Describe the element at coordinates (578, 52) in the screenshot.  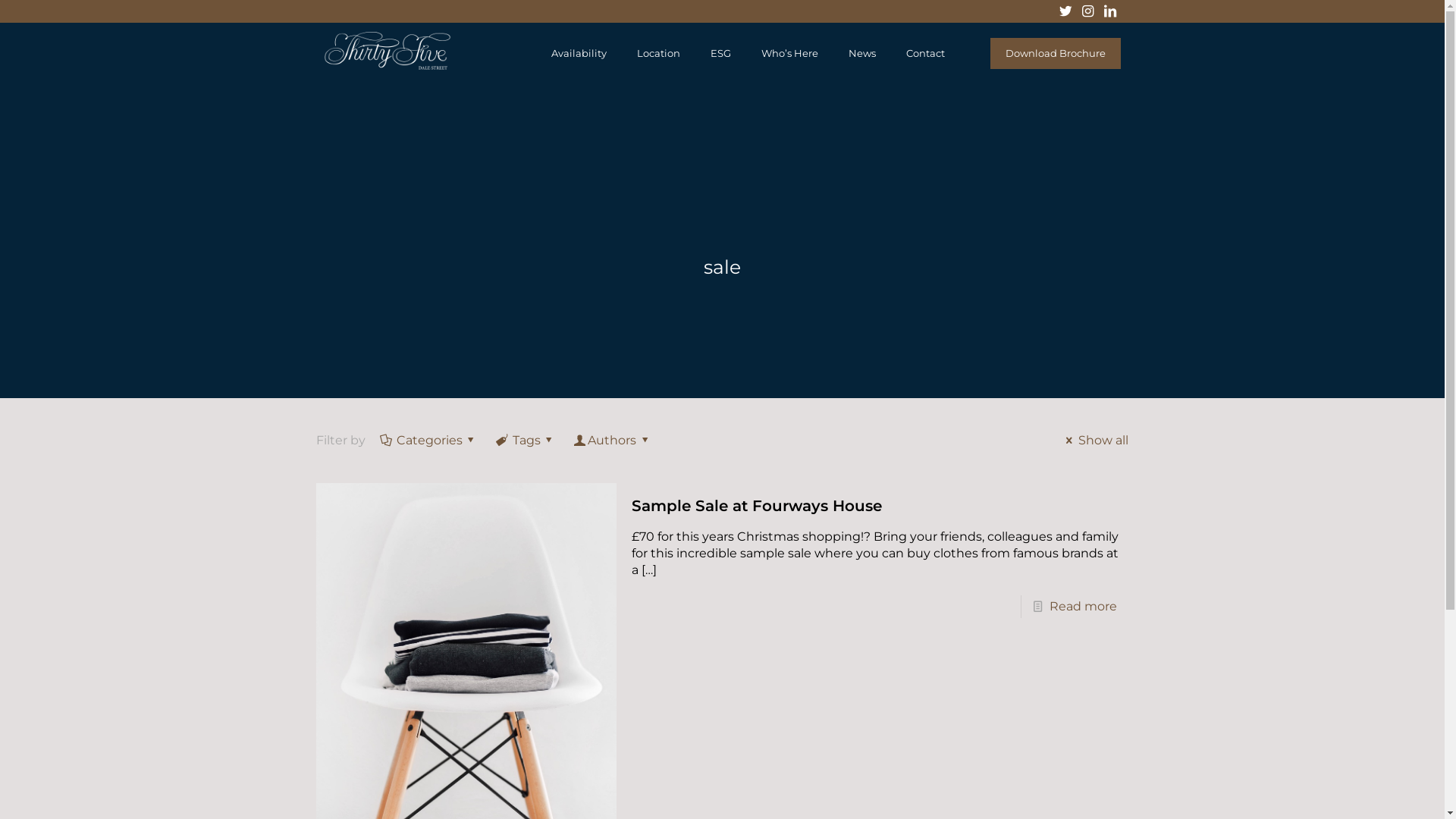
I see `'Availability'` at that location.